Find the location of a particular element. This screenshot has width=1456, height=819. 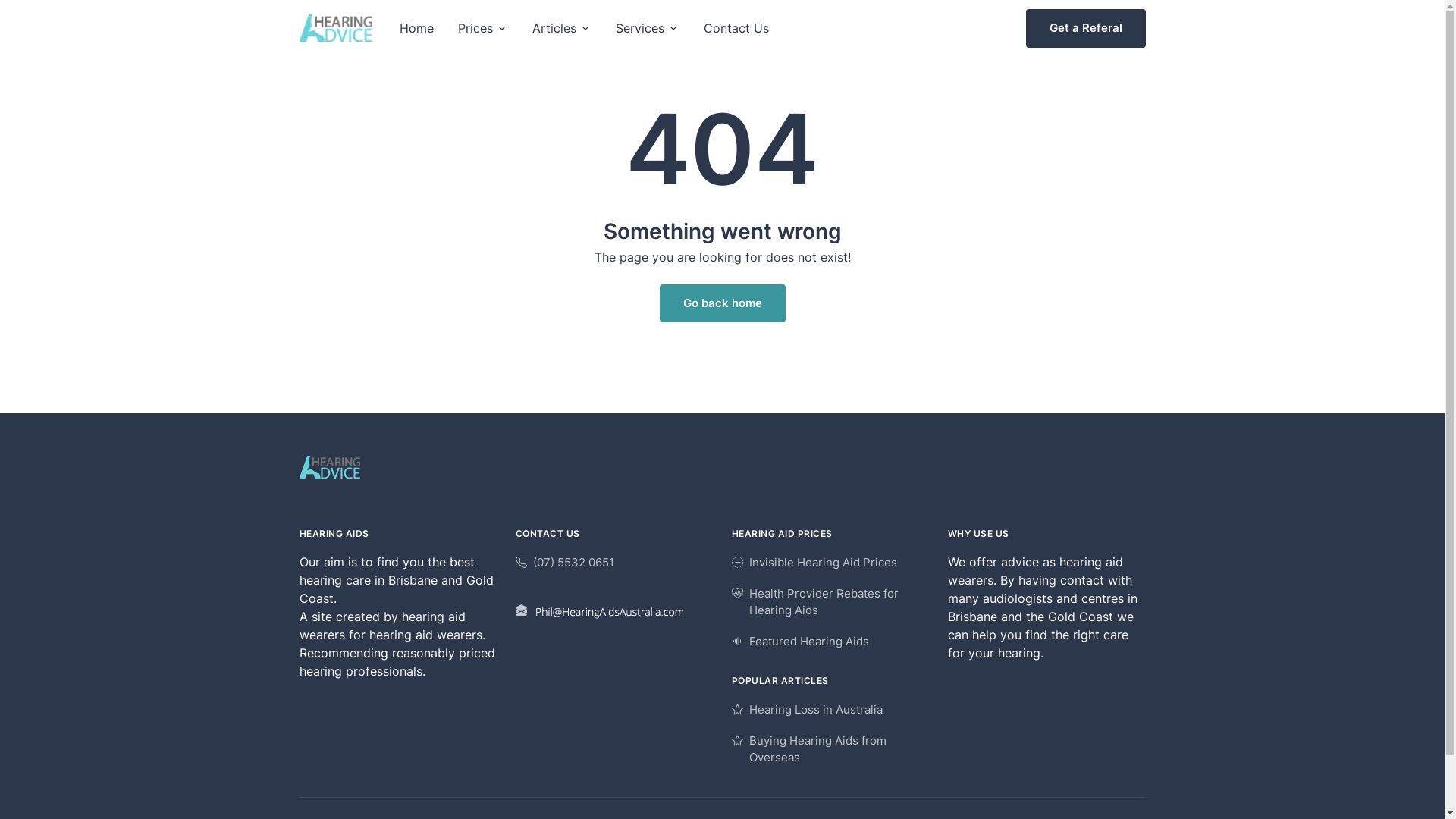

'Prices' is located at coordinates (482, 28).